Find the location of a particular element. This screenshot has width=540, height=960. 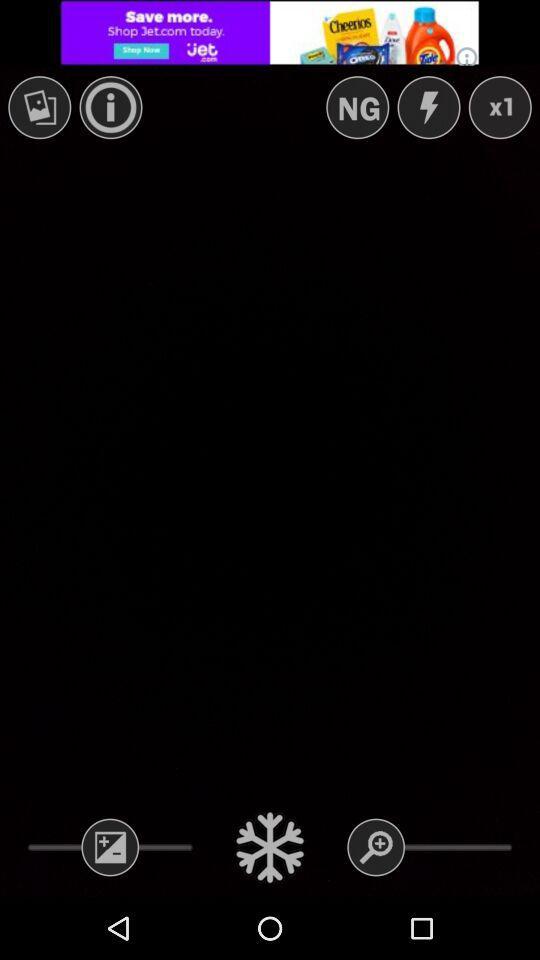

open advertisement is located at coordinates (270, 31).